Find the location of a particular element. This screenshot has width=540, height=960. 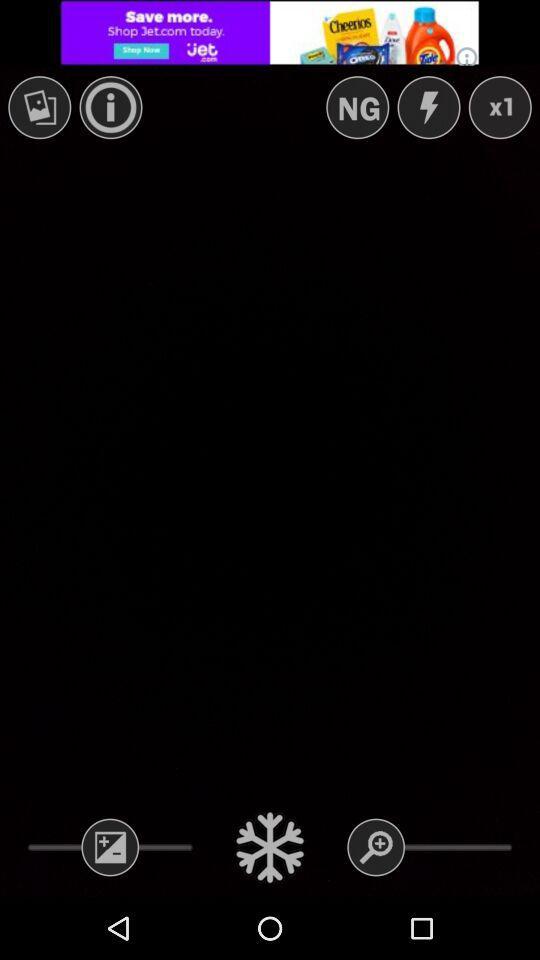

open advertisement is located at coordinates (270, 31).